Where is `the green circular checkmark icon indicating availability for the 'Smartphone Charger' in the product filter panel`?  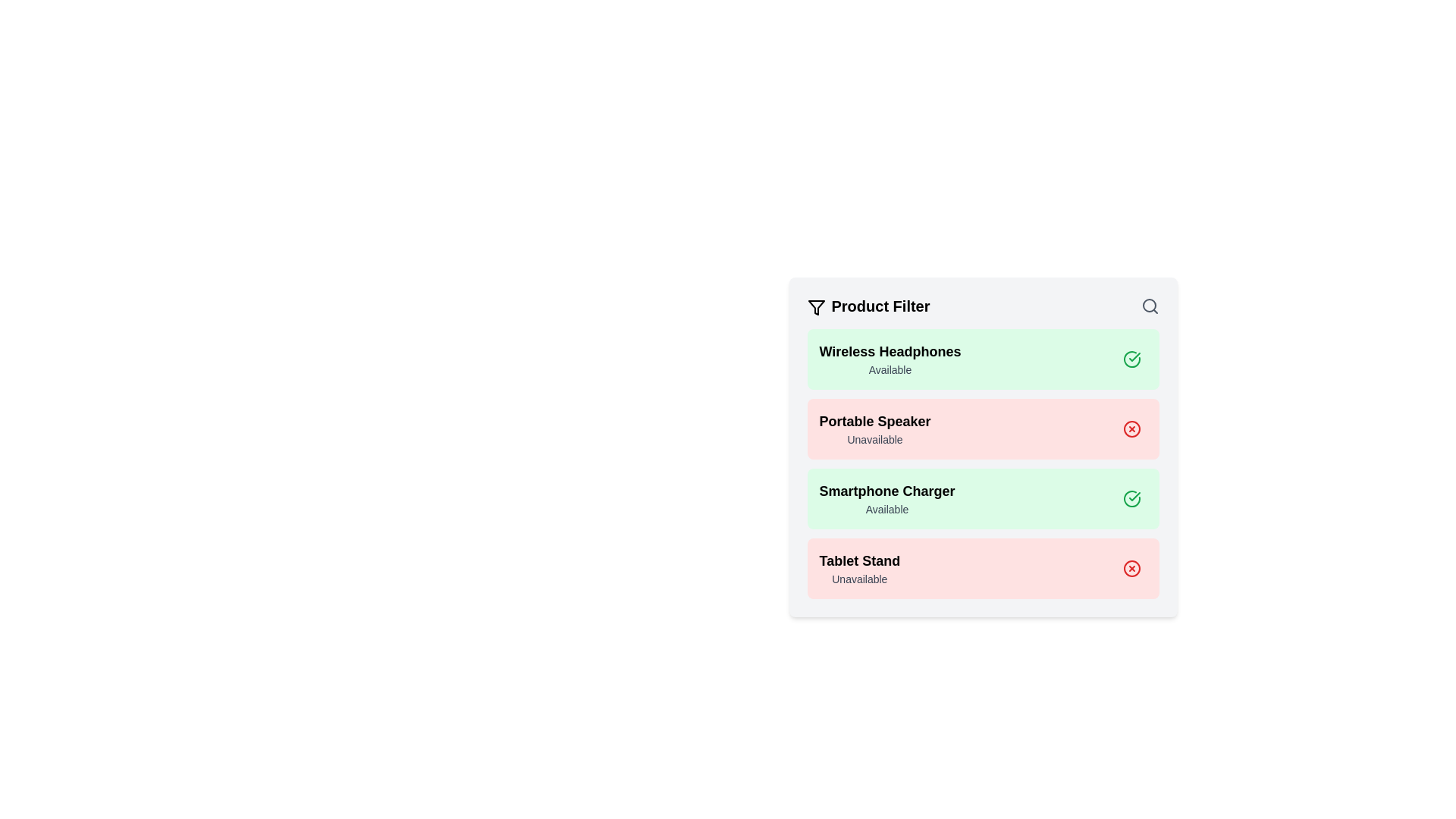 the green circular checkmark icon indicating availability for the 'Smartphone Charger' in the product filter panel is located at coordinates (1131, 499).